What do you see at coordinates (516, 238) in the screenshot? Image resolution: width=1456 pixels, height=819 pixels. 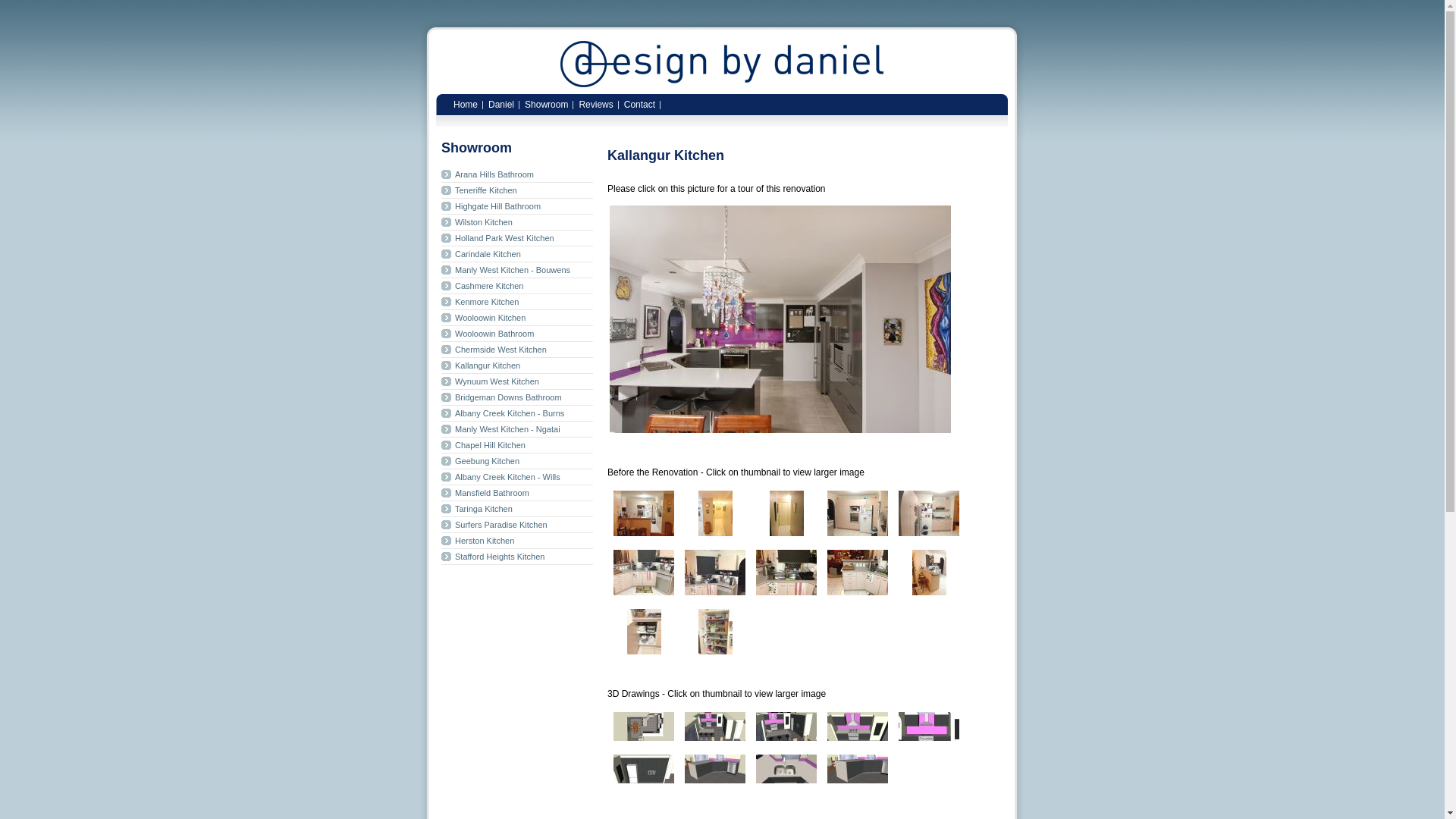 I see `'Holland Park West Kitchen'` at bounding box center [516, 238].